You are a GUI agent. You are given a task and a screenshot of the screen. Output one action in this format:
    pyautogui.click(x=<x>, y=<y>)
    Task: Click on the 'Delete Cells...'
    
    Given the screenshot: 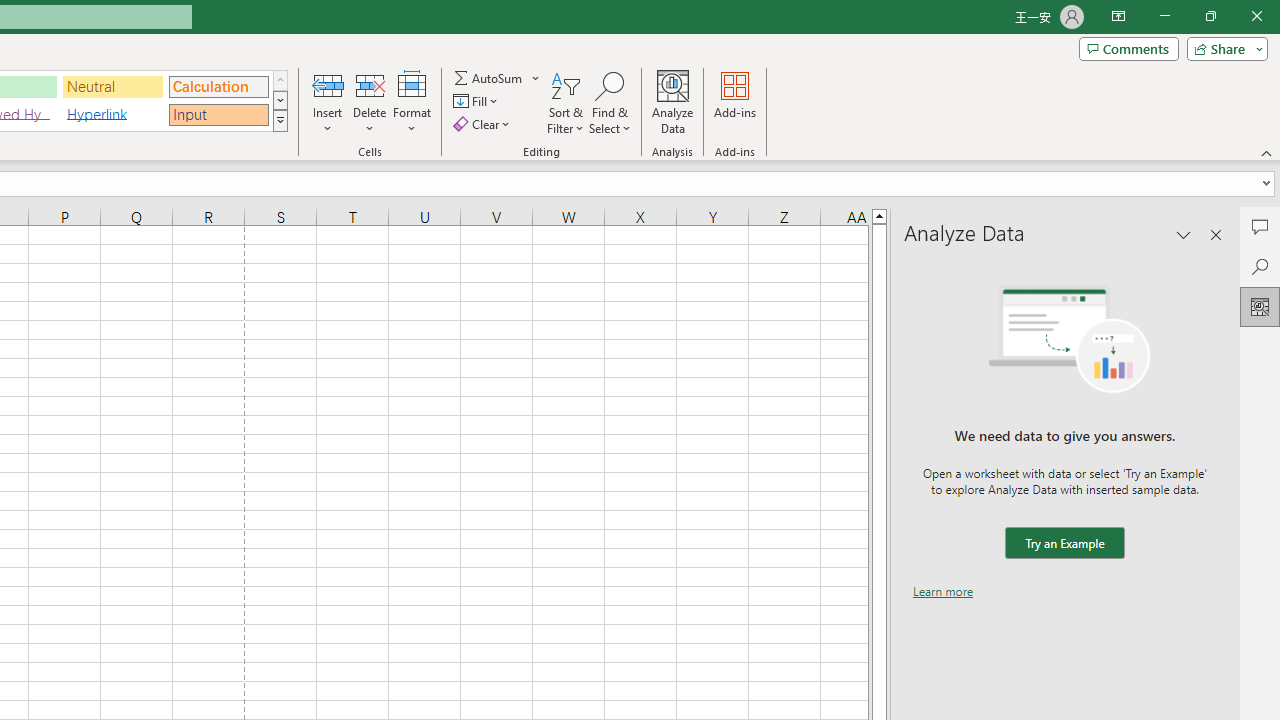 What is the action you would take?
    pyautogui.click(x=369, y=84)
    